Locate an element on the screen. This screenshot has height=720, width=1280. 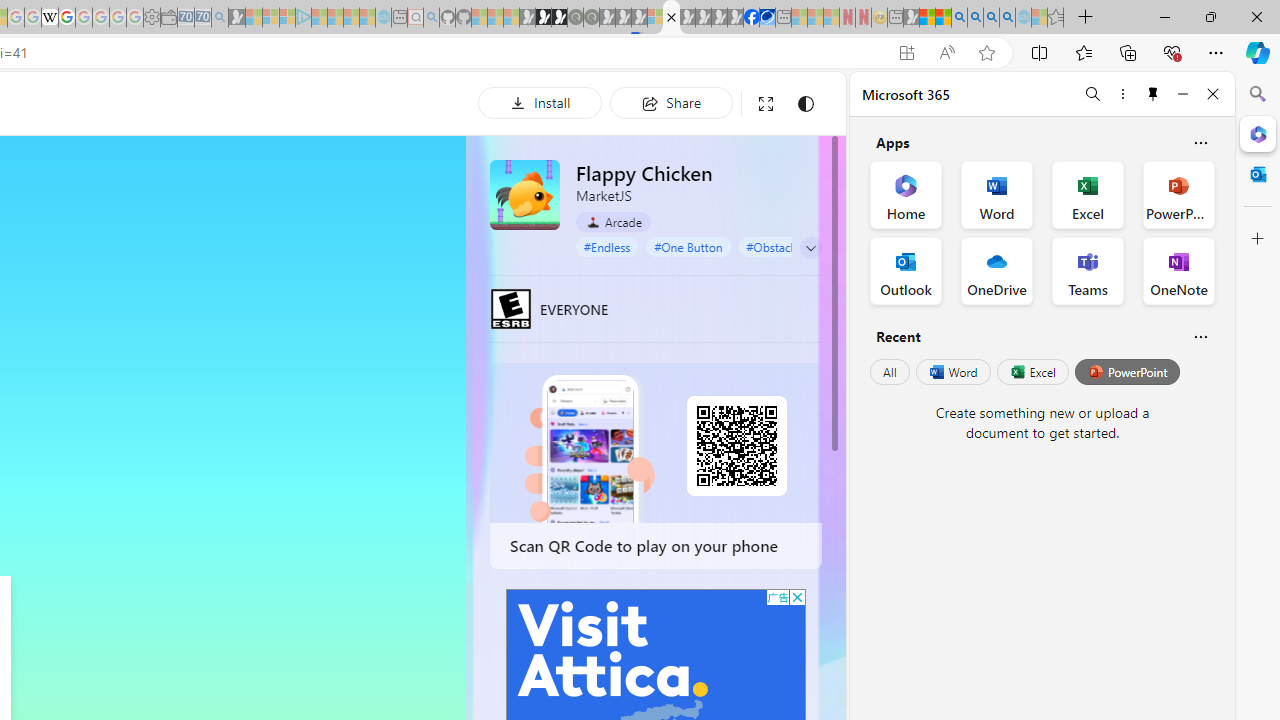
'Favorites - Sleeping' is located at coordinates (1055, 17).